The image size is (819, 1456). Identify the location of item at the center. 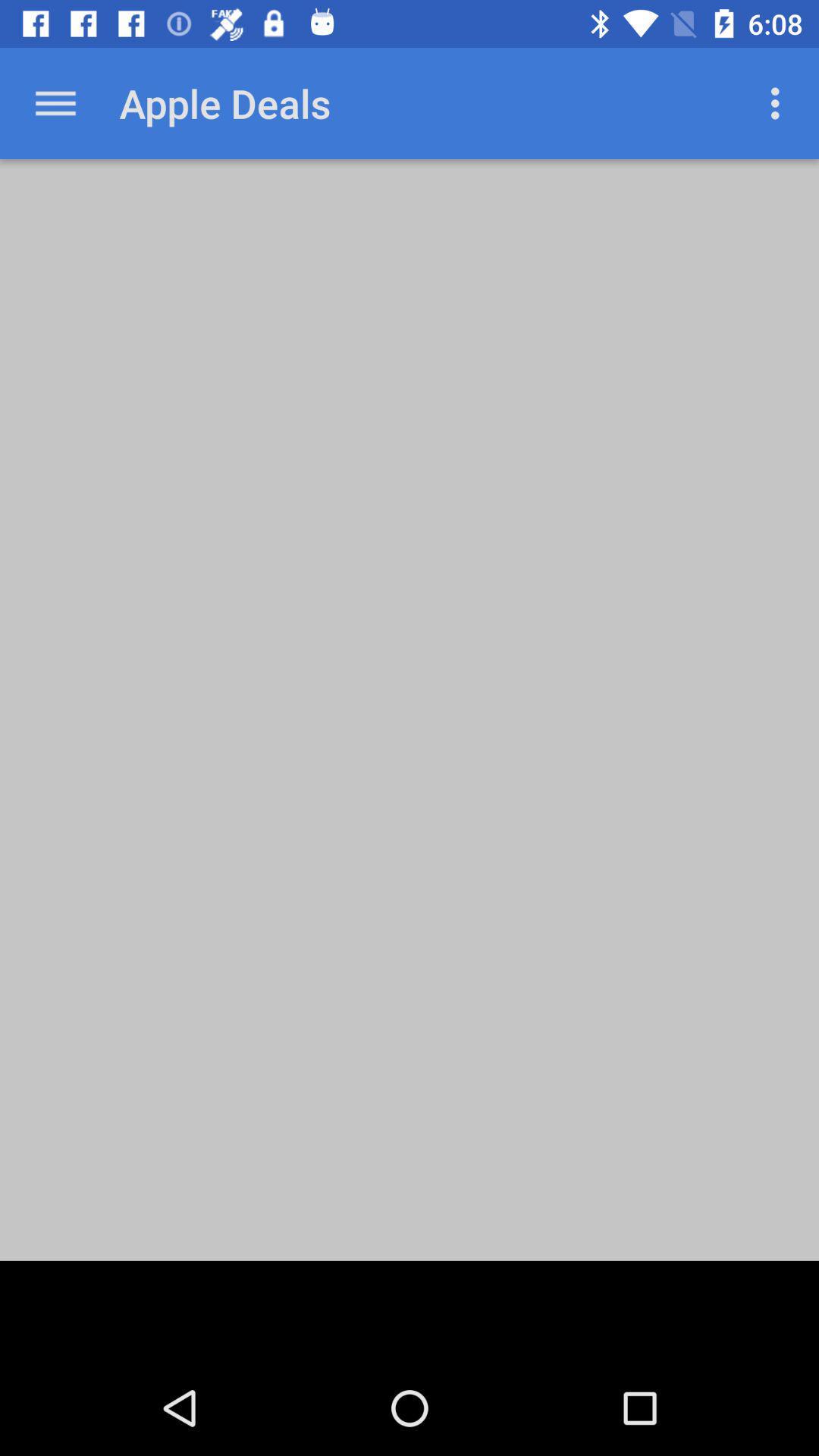
(409, 709).